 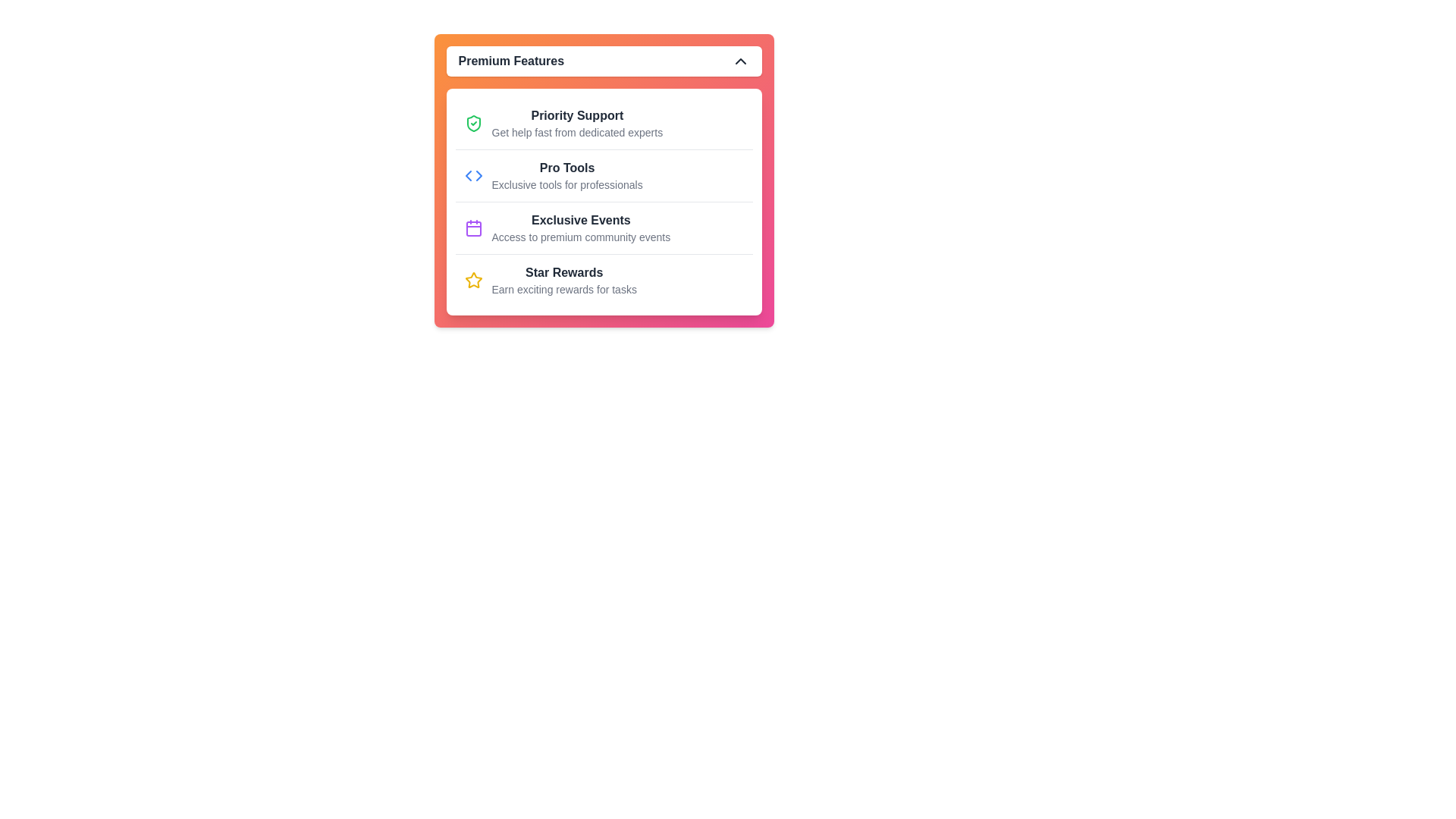 What do you see at coordinates (603, 174) in the screenshot?
I see `the second list item in the 'Premium Features' card, which is positioned below 'Priority Support' and above 'Exclusive Events'` at bounding box center [603, 174].